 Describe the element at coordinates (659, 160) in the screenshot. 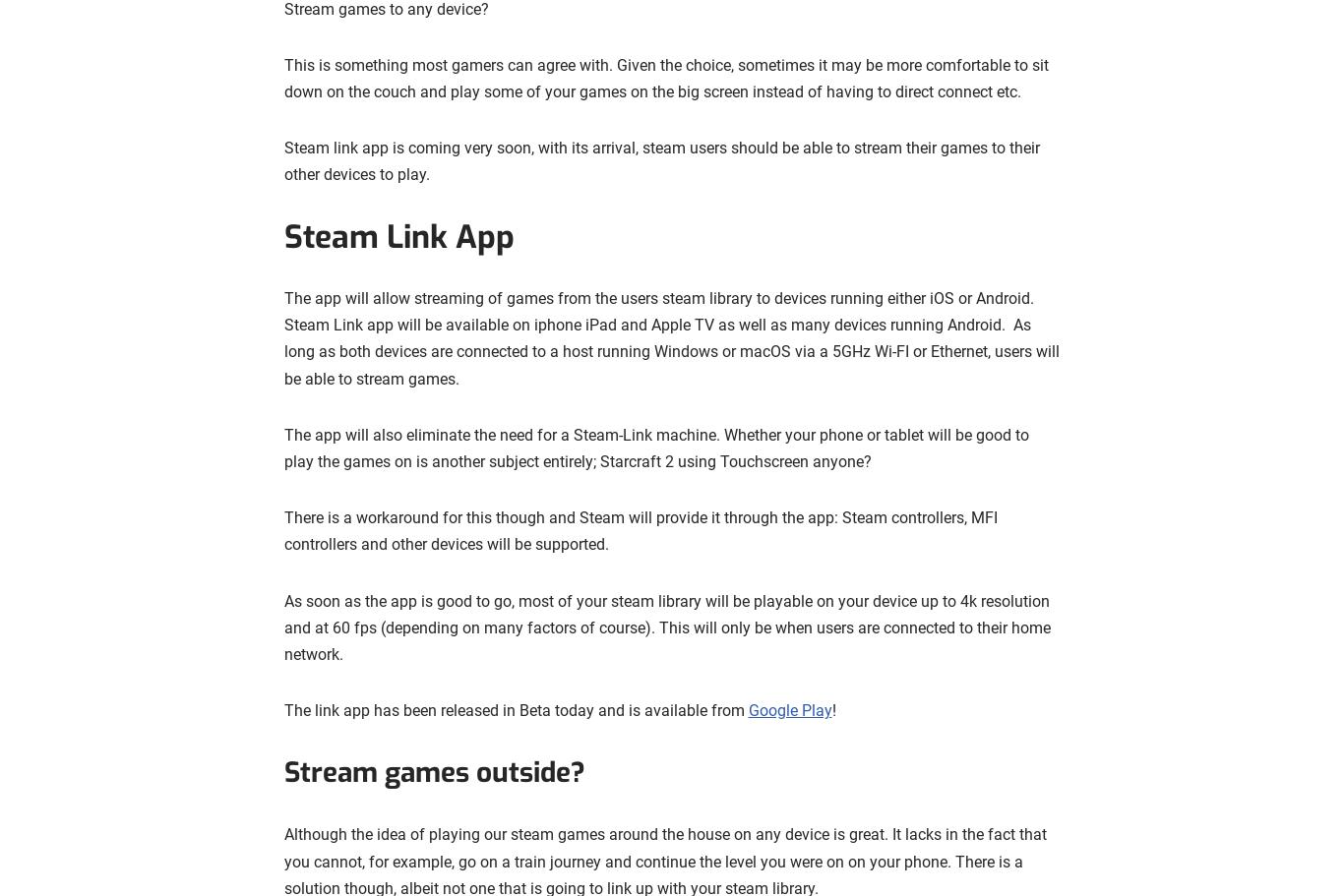

I see `'Steam link app is coming very soon, with its arrival, steam users should be able to stream their games to their other devices to play.'` at that location.